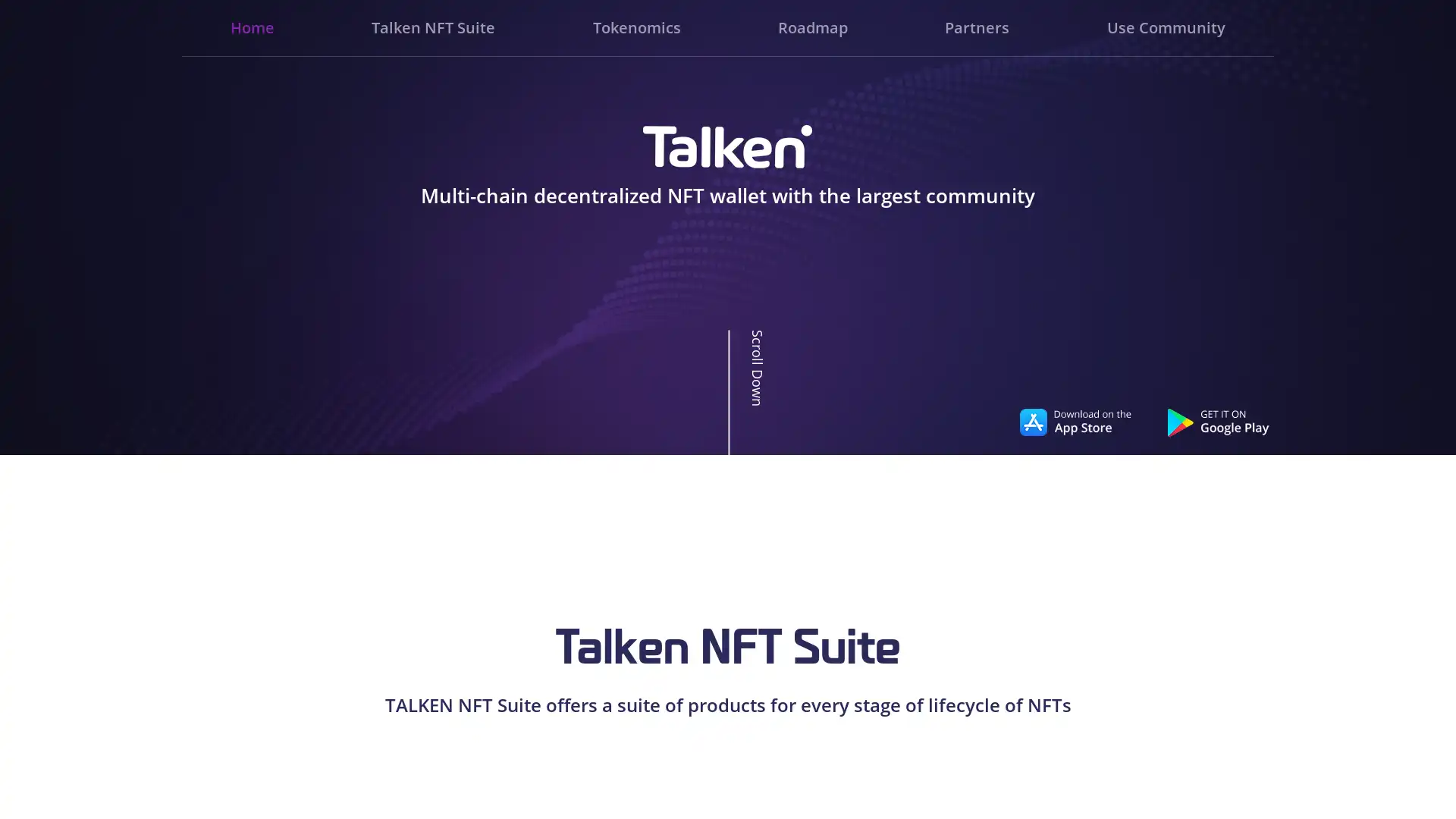 The height and width of the screenshot is (819, 1456). Describe the element at coordinates (237, 643) in the screenshot. I see `Go to slide 1` at that location.